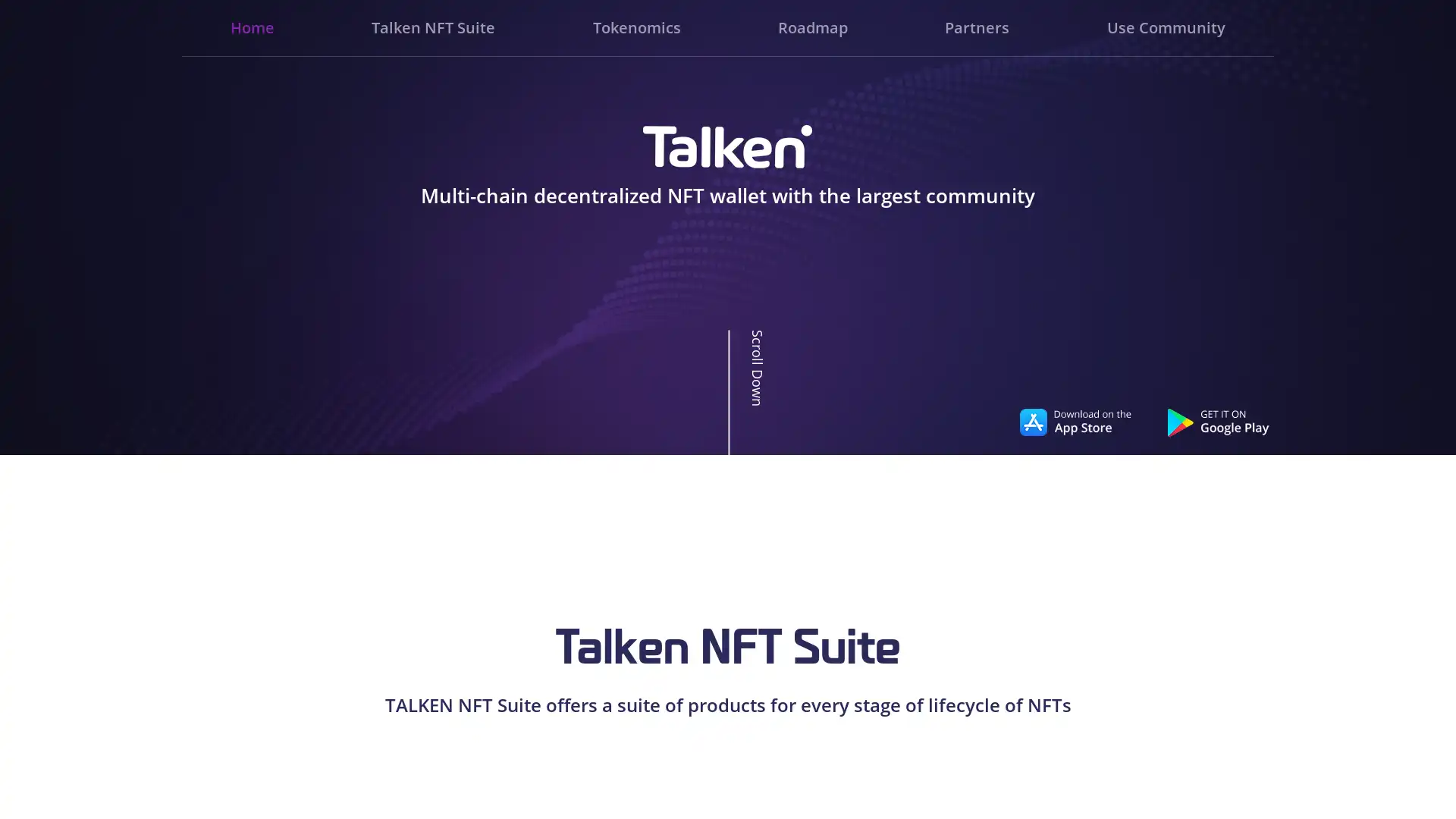 The height and width of the screenshot is (819, 1456). Describe the element at coordinates (237, 643) in the screenshot. I see `Go to slide 1` at that location.